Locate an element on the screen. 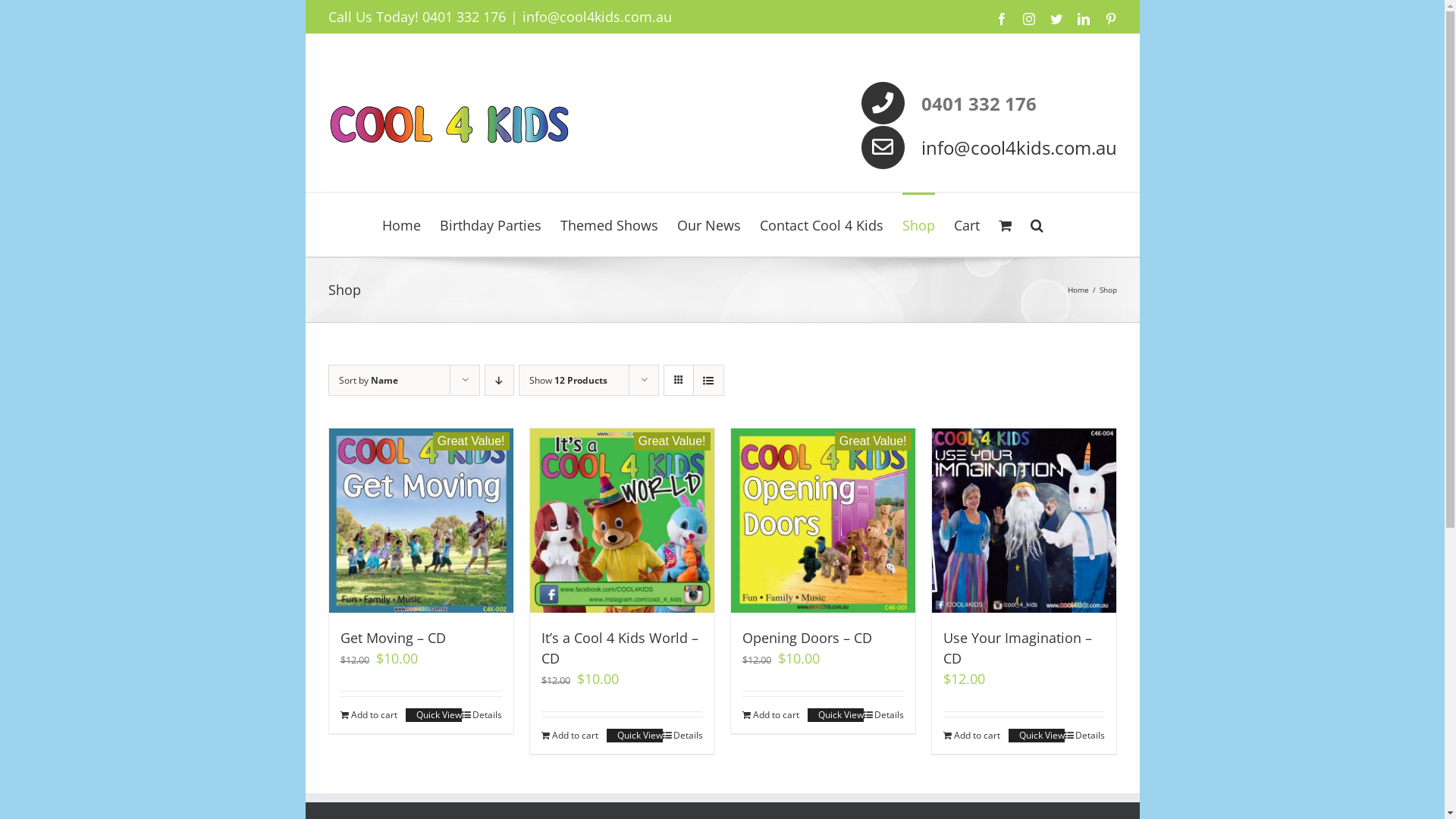 Image resolution: width=1456 pixels, height=819 pixels. 'LinkedIn' is located at coordinates (1082, 18).